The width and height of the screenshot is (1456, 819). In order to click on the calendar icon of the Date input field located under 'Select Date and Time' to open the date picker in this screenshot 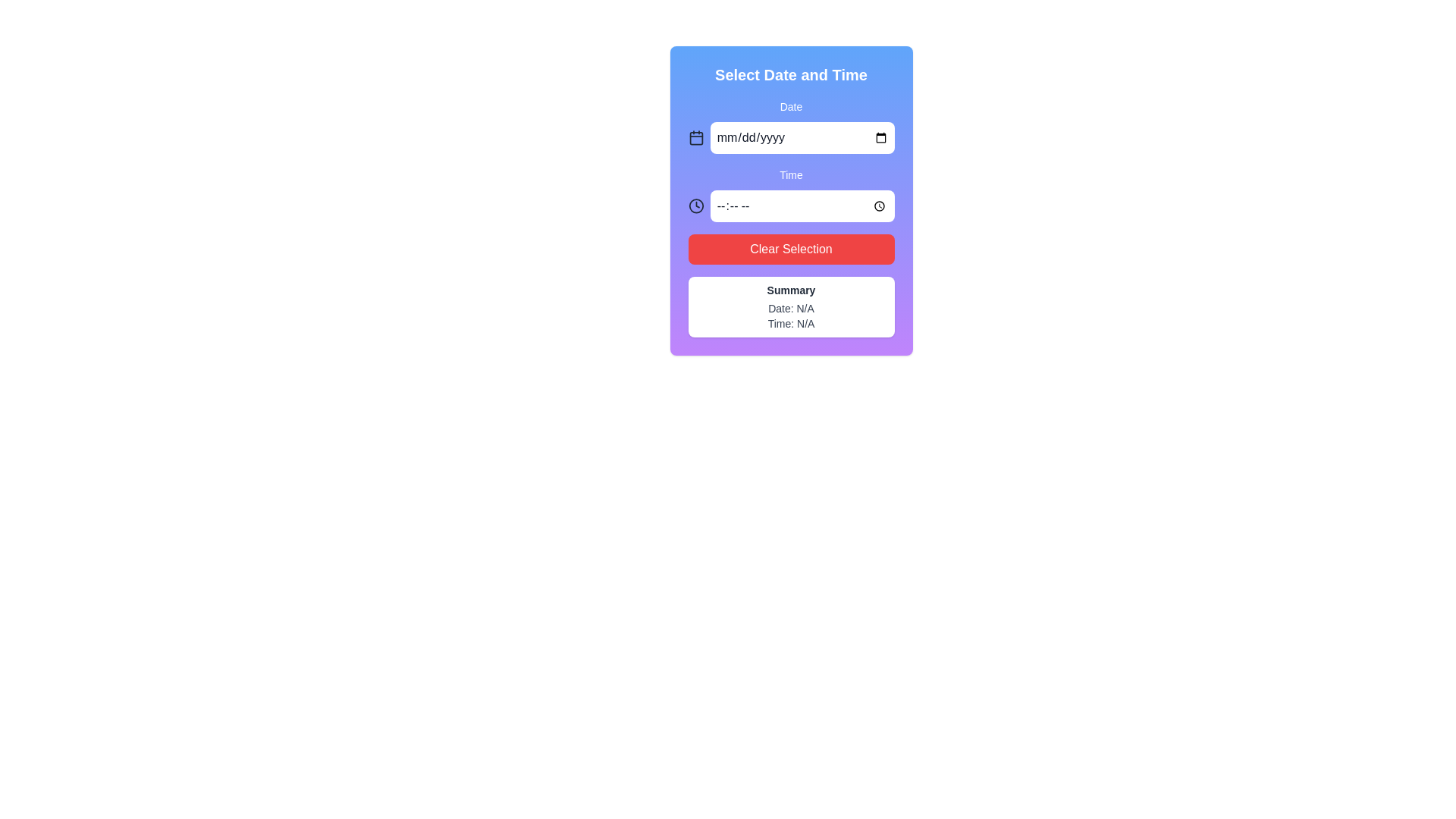, I will do `click(790, 124)`.